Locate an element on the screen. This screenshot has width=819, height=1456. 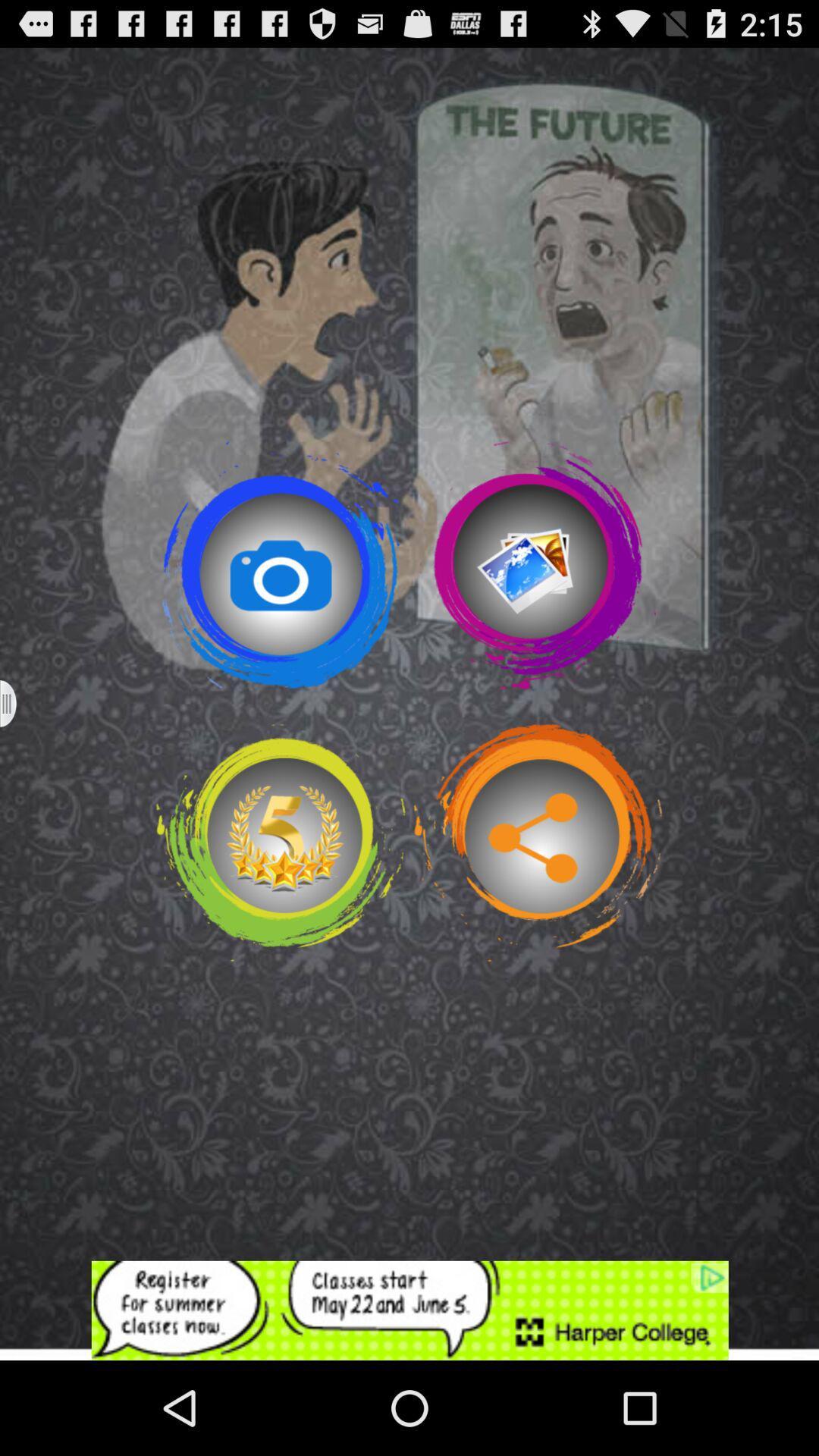
open menu is located at coordinates (17, 703).